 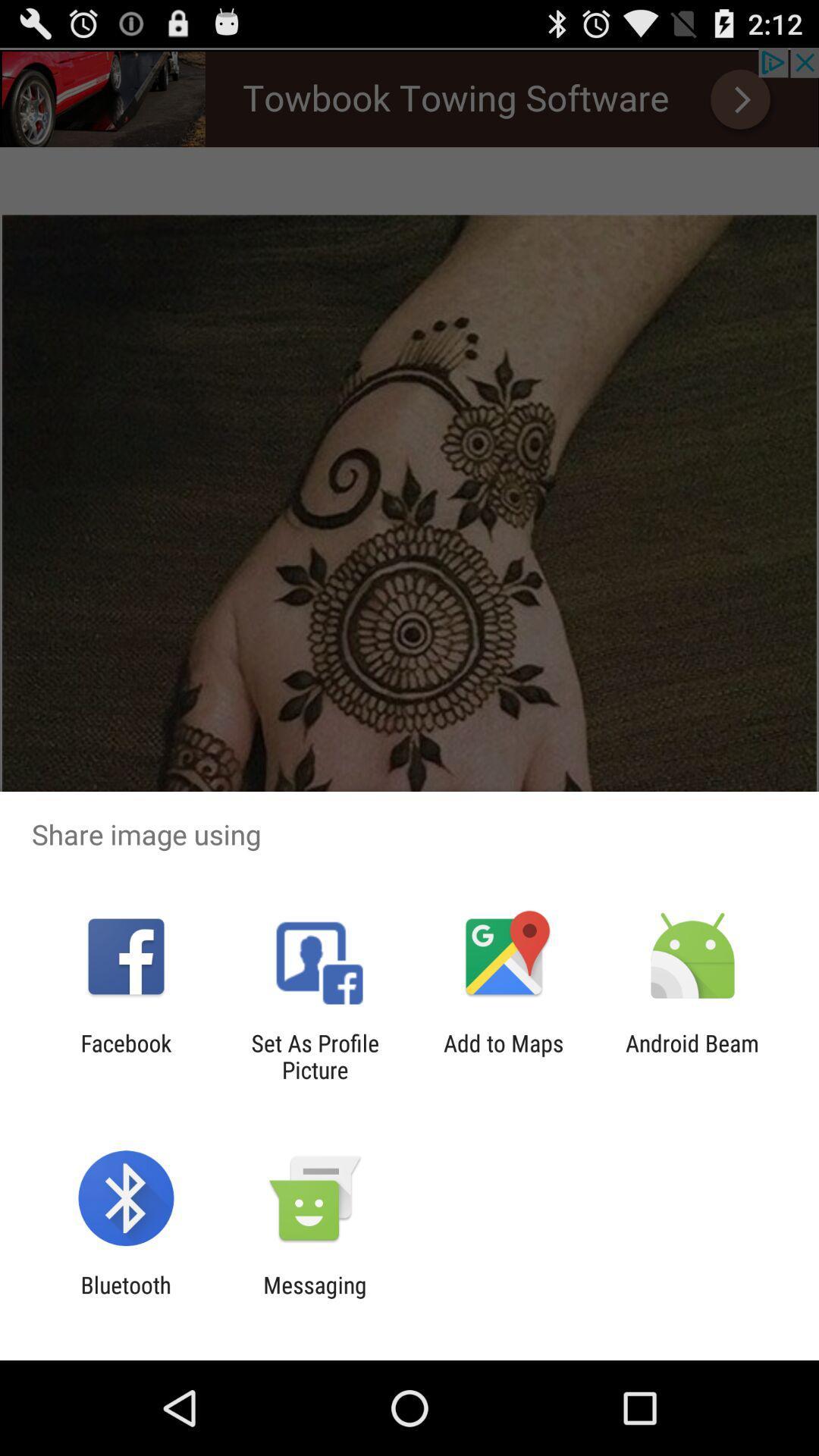 What do you see at coordinates (314, 1298) in the screenshot?
I see `the messaging icon` at bounding box center [314, 1298].